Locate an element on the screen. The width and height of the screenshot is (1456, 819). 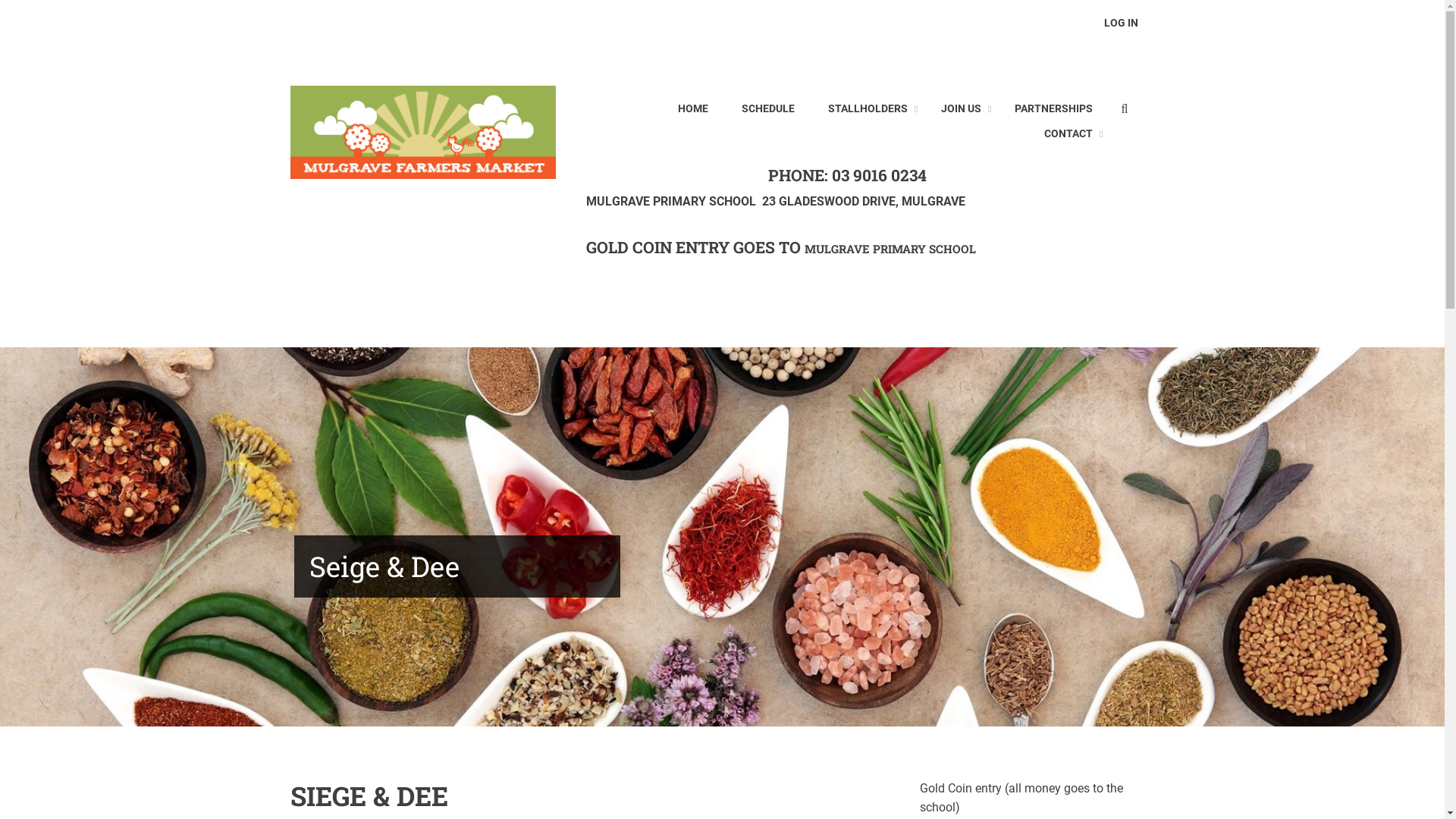
'HOME' is located at coordinates (691, 108).